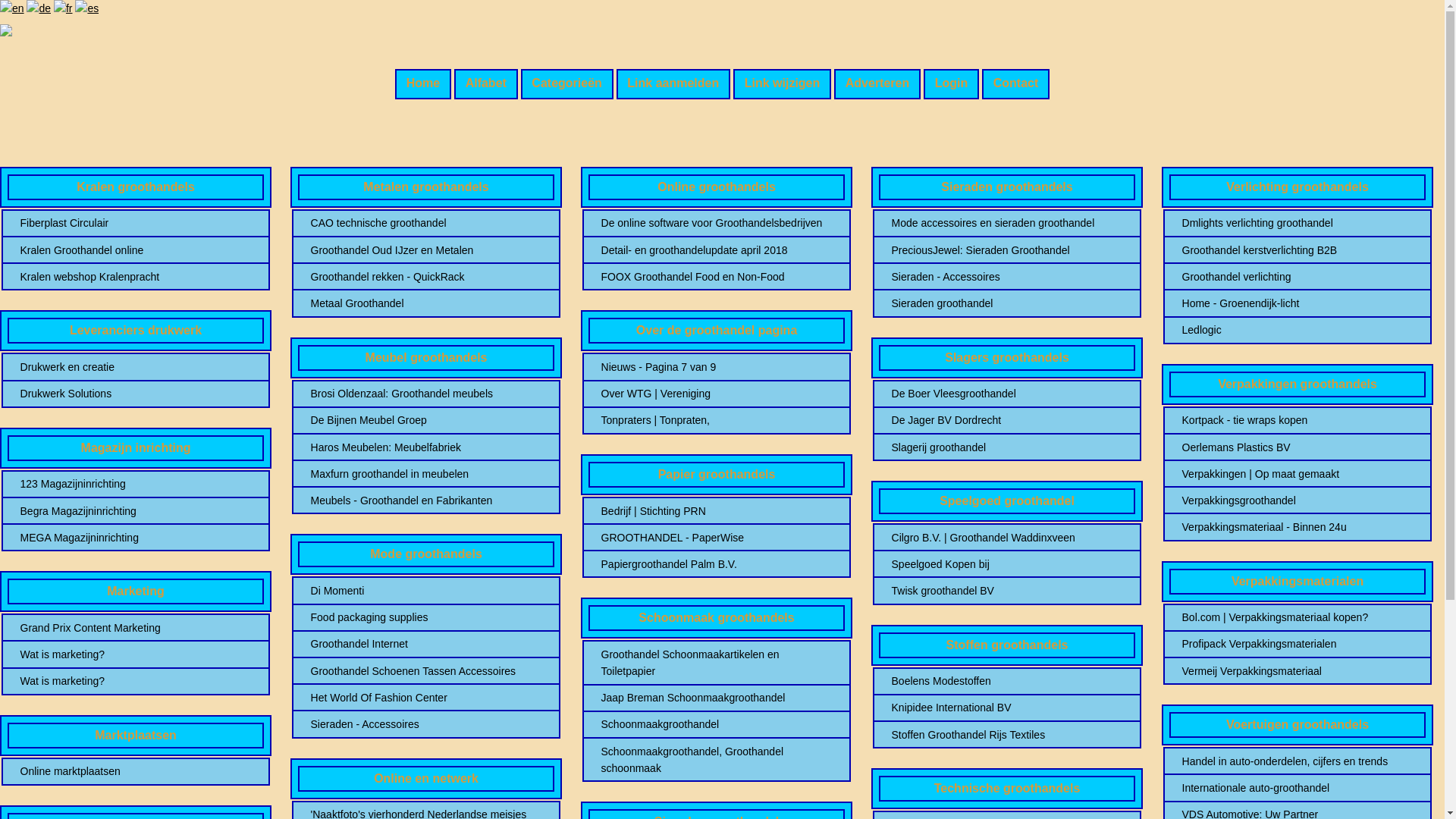 The width and height of the screenshot is (1456, 819). Describe the element at coordinates (309, 277) in the screenshot. I see `'Groothandel rekken - QuickRack'` at that location.